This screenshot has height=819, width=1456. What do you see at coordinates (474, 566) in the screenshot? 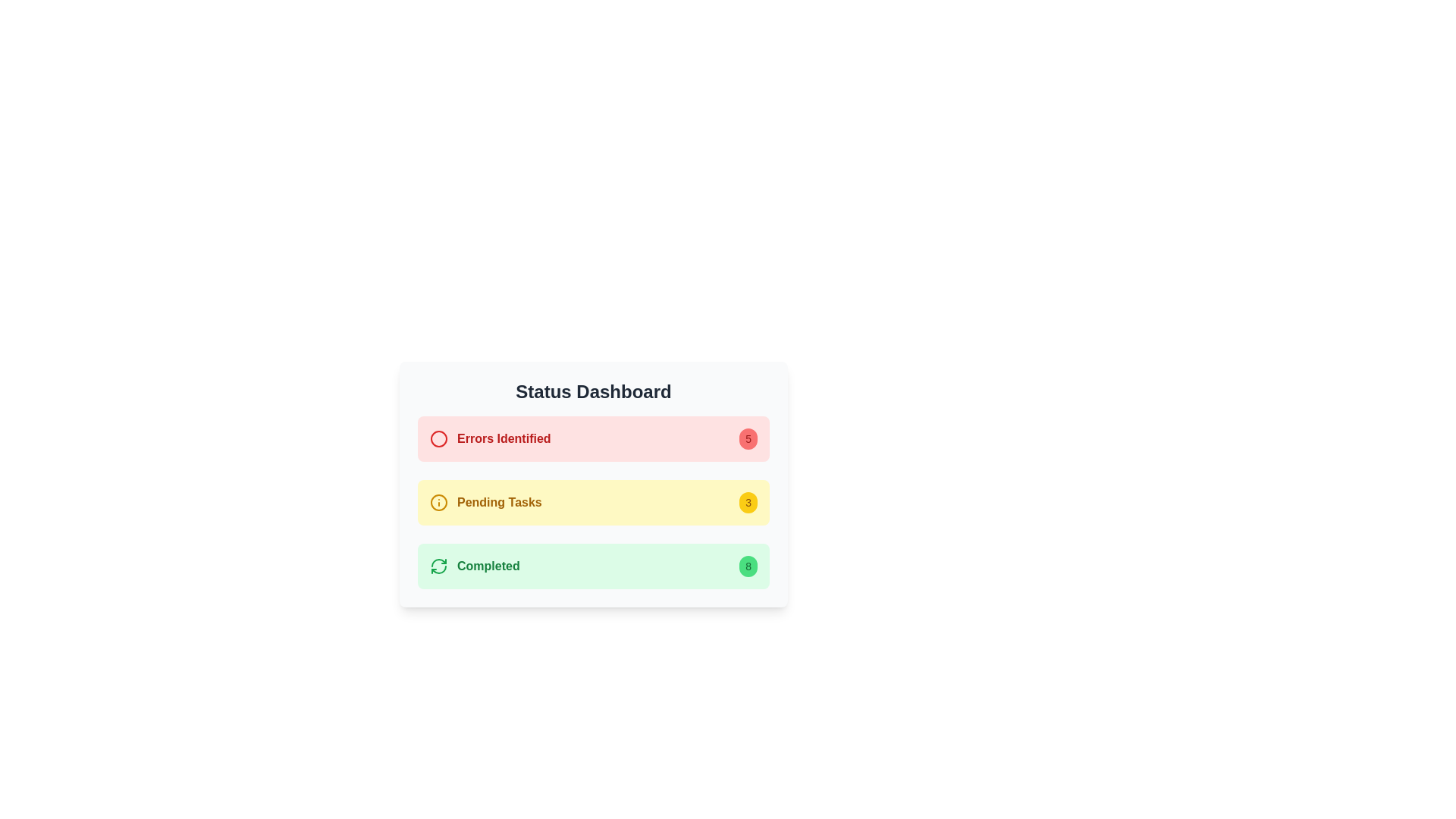
I see `the 'Completed' text label with a green circular arrow icon, located at the bottom of the status indicators list` at bounding box center [474, 566].